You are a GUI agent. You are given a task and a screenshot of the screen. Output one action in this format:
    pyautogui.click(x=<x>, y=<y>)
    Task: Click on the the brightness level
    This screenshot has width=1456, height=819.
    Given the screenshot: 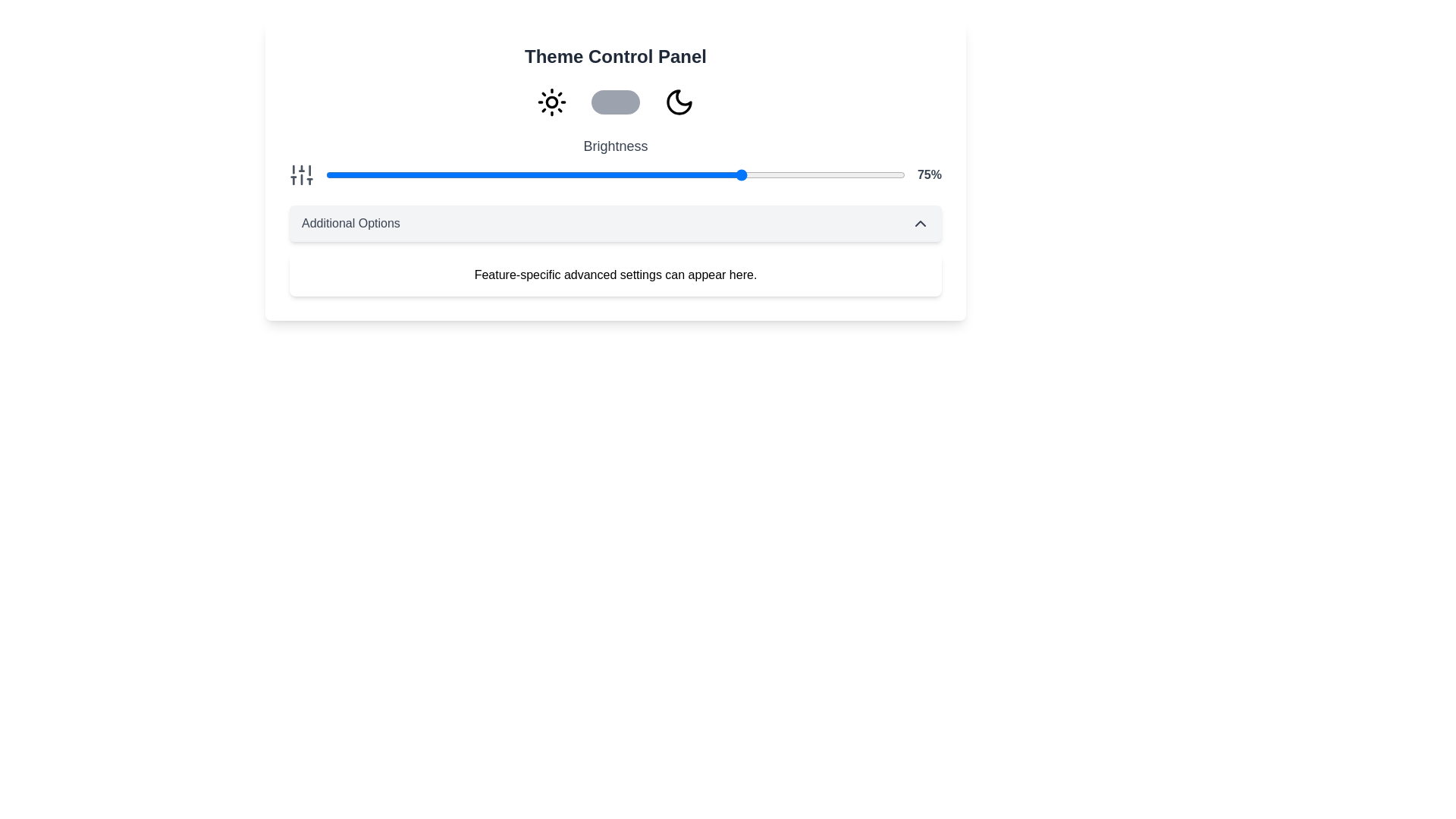 What is the action you would take?
    pyautogui.click(x=344, y=174)
    